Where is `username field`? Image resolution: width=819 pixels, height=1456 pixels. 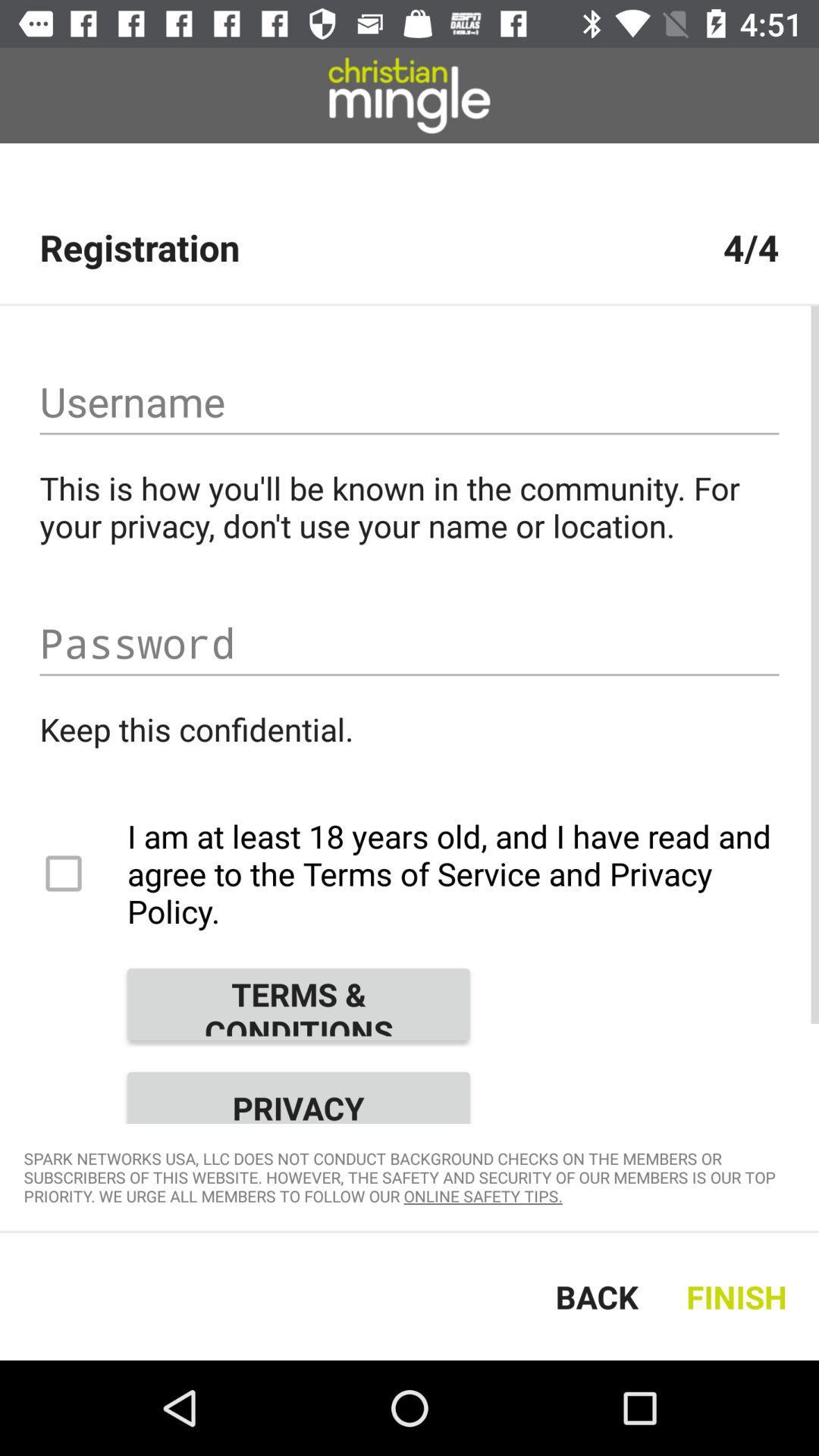 username field is located at coordinates (409, 402).